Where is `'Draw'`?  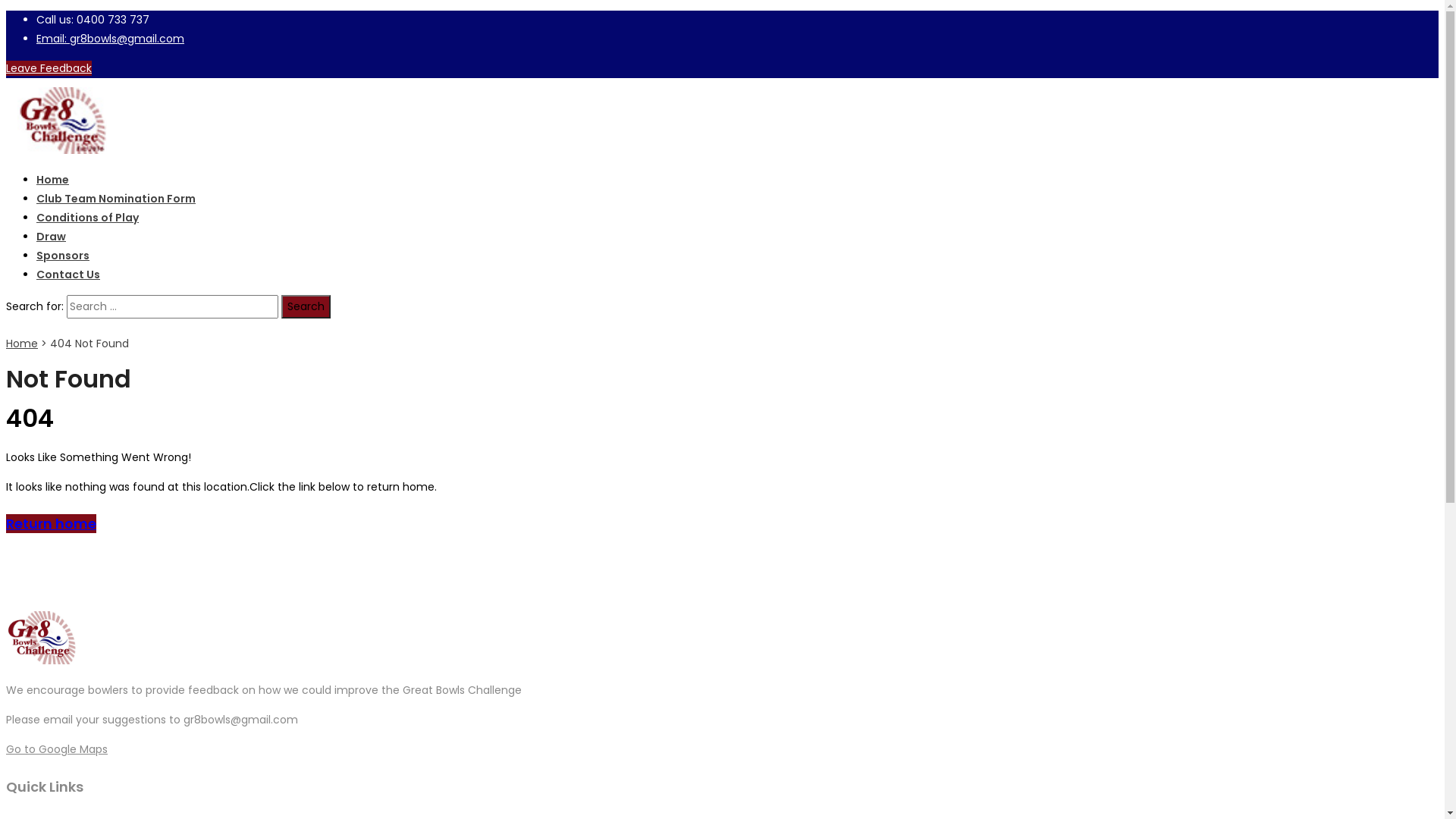
'Draw' is located at coordinates (51, 237).